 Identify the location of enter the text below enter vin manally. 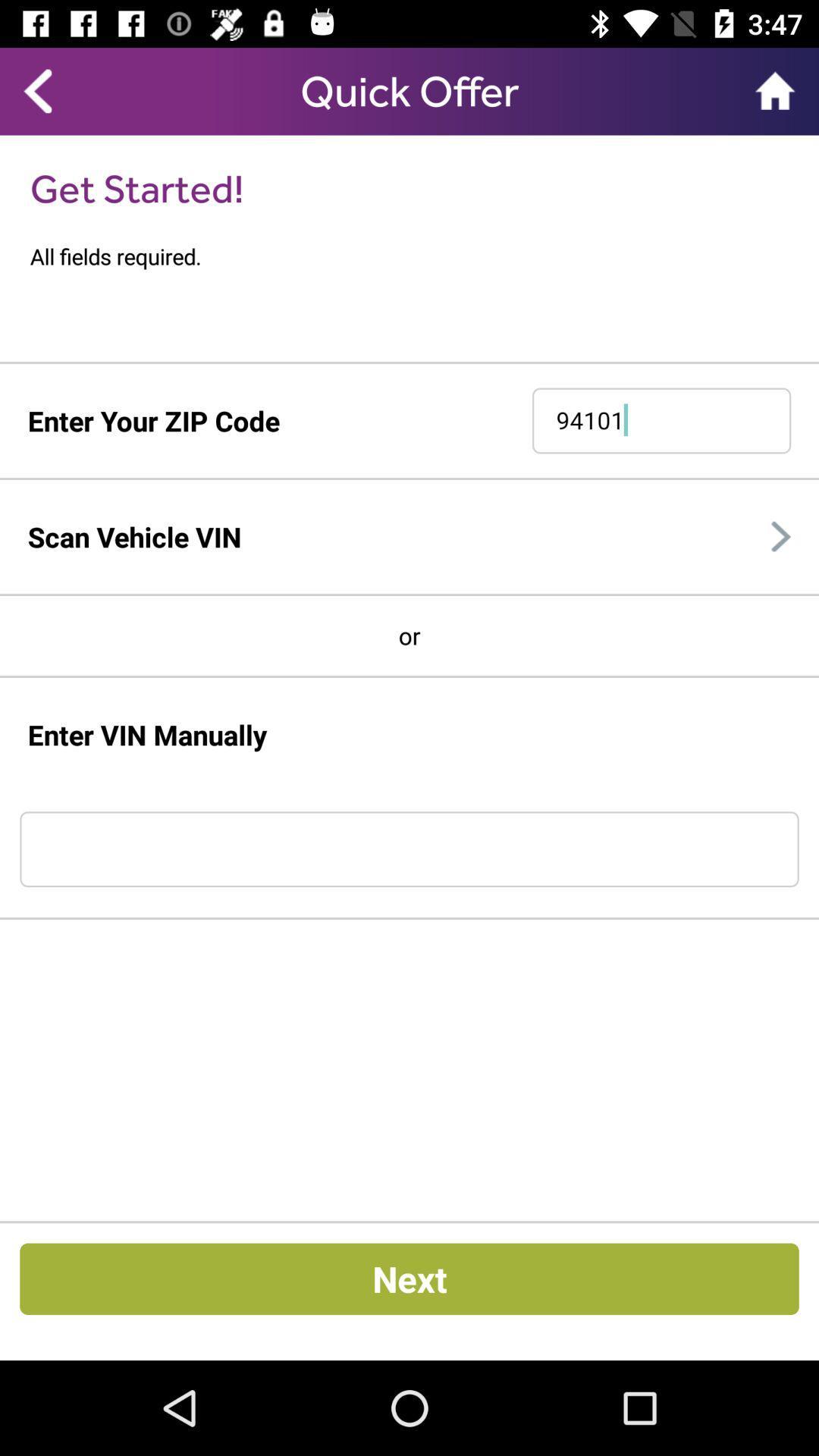
(409, 848).